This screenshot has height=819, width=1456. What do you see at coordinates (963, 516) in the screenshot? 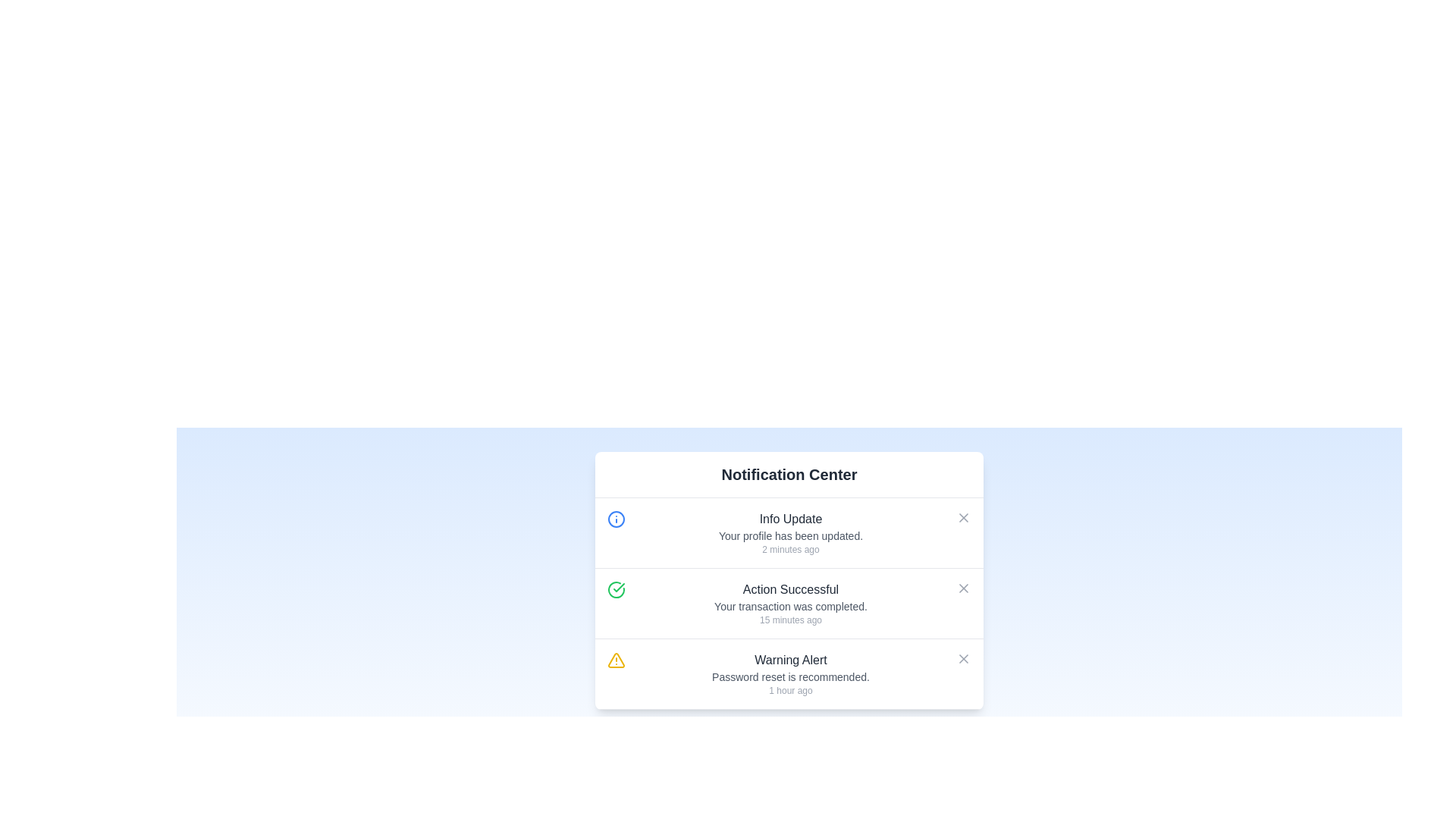
I see `the Close icon button, represented as an 'X' icon, located at the far right of the first notification in the notification list interface` at bounding box center [963, 516].